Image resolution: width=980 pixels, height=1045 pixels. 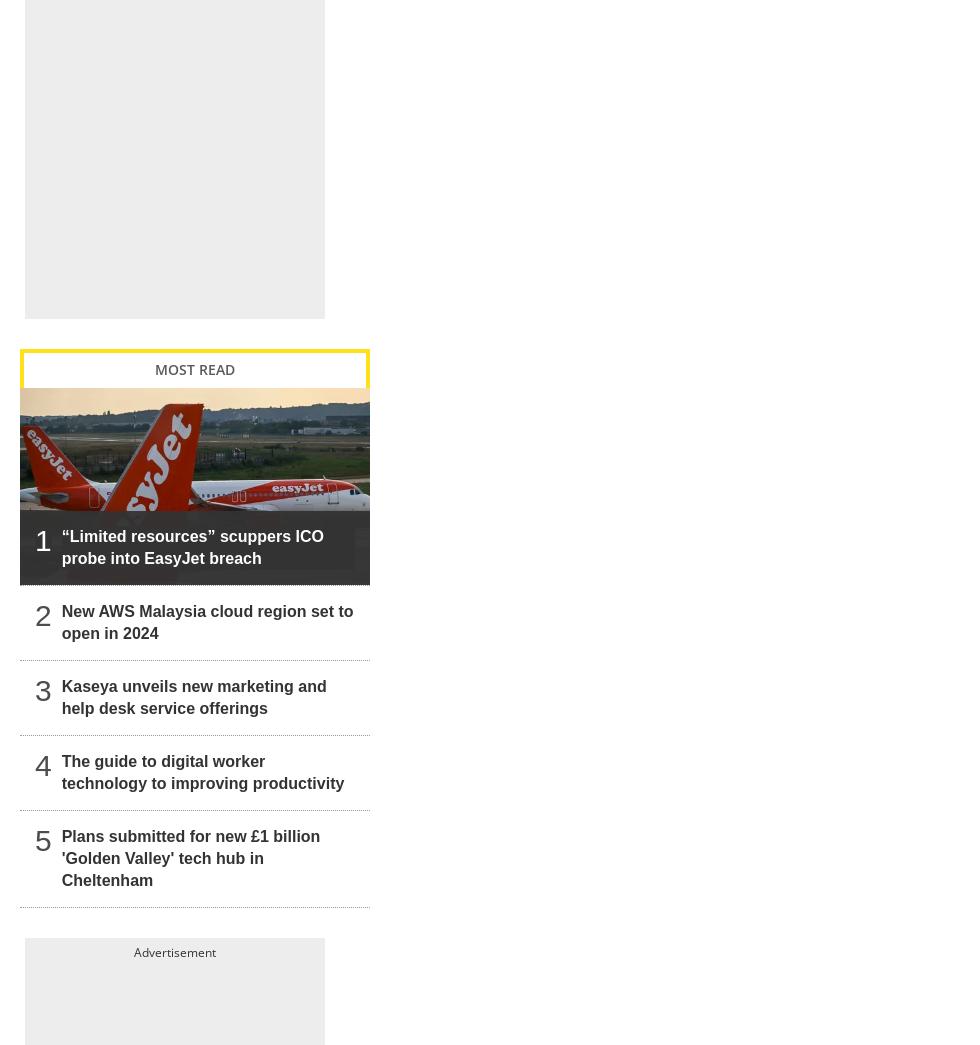 What do you see at coordinates (60, 836) in the screenshot?
I see `'Plans submitted for new £1 billion 'Golden Valley' tech hub in Cheltenham'` at bounding box center [60, 836].